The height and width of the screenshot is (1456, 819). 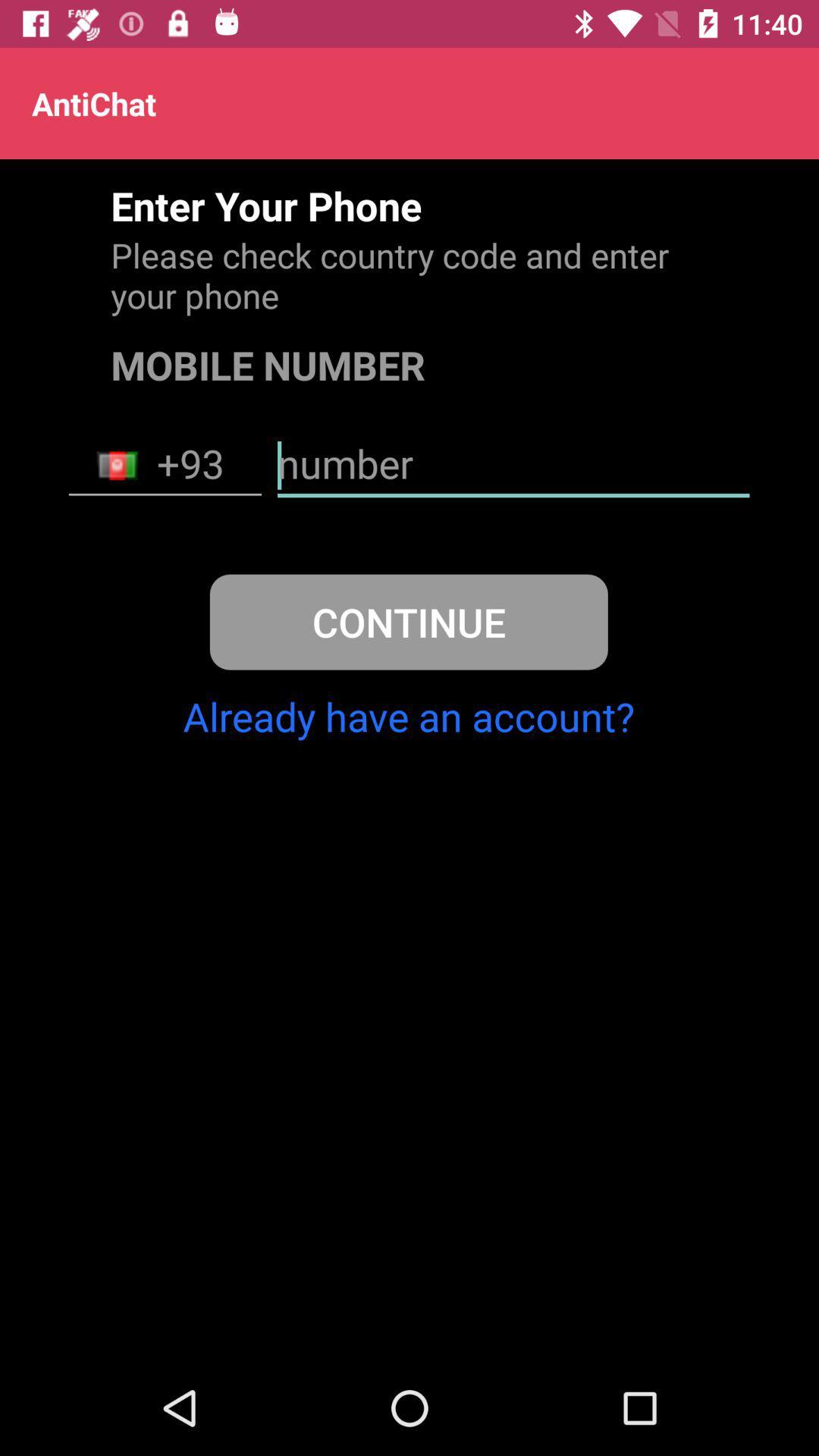 What do you see at coordinates (513, 465) in the screenshot?
I see `item above the continue` at bounding box center [513, 465].